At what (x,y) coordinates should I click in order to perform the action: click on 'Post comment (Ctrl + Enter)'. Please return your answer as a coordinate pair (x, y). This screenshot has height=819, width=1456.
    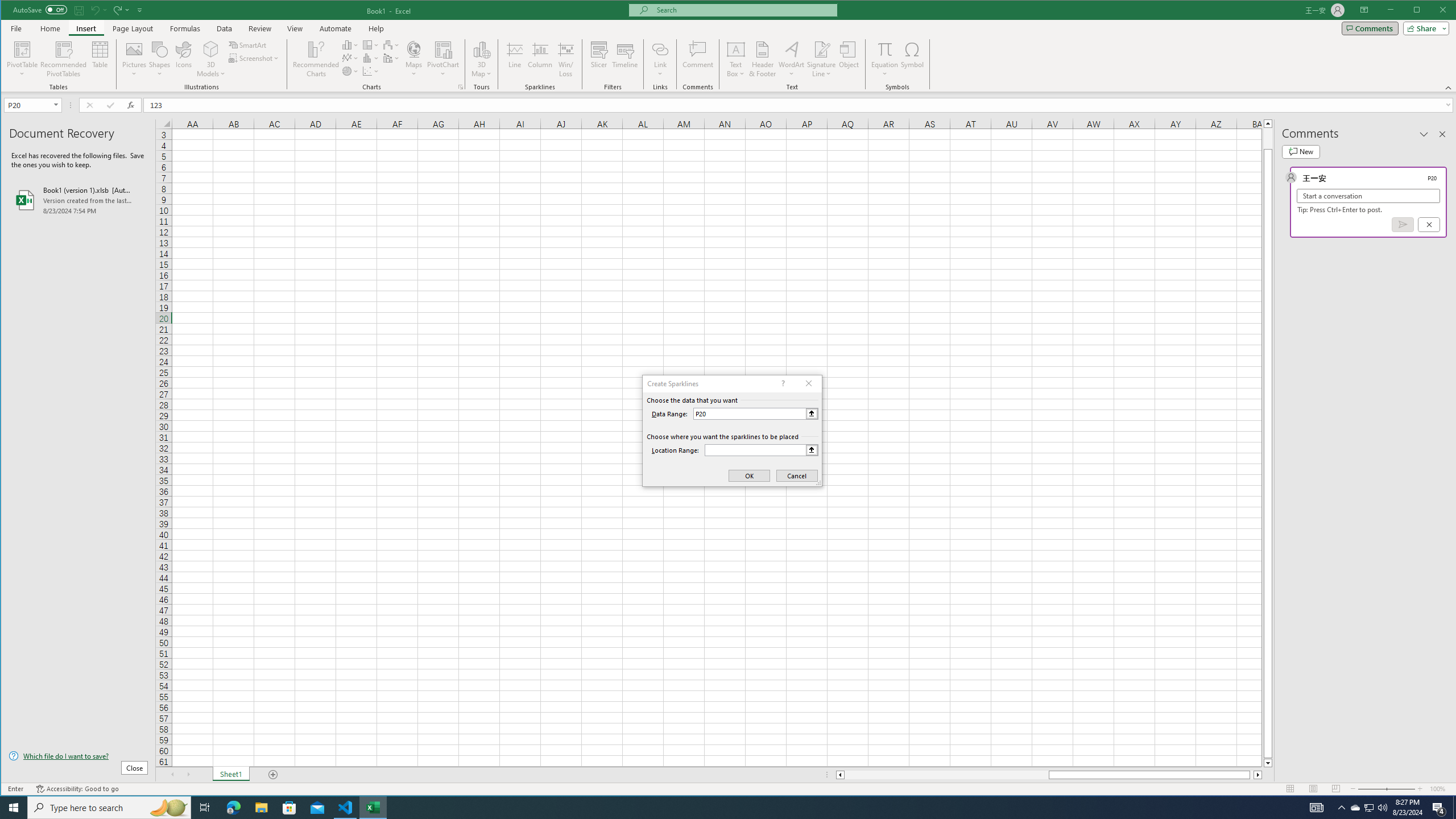
    Looking at the image, I should click on (1403, 224).